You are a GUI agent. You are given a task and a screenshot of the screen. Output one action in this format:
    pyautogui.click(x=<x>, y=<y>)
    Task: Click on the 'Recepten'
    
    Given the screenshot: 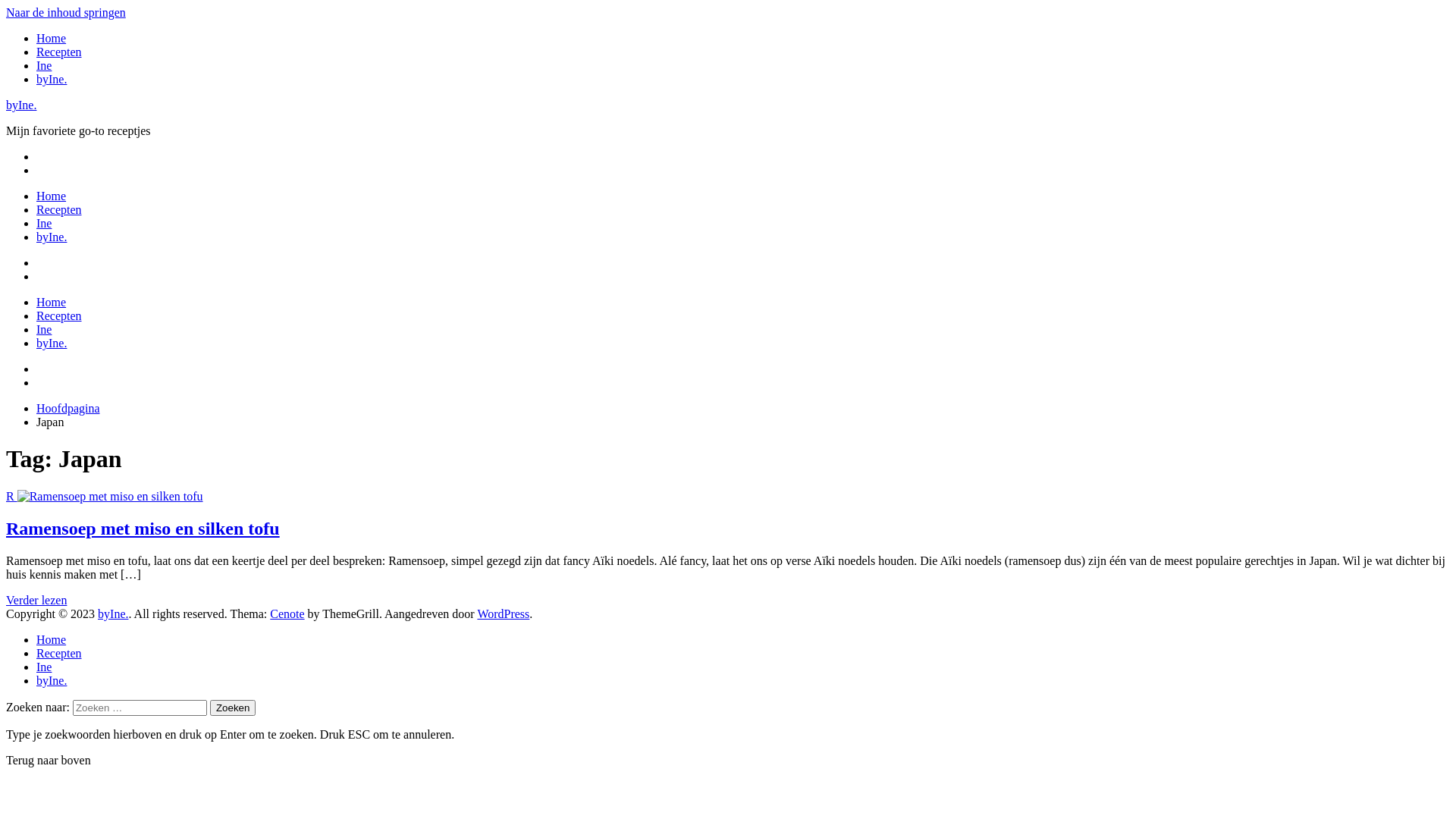 What is the action you would take?
    pyautogui.click(x=58, y=209)
    